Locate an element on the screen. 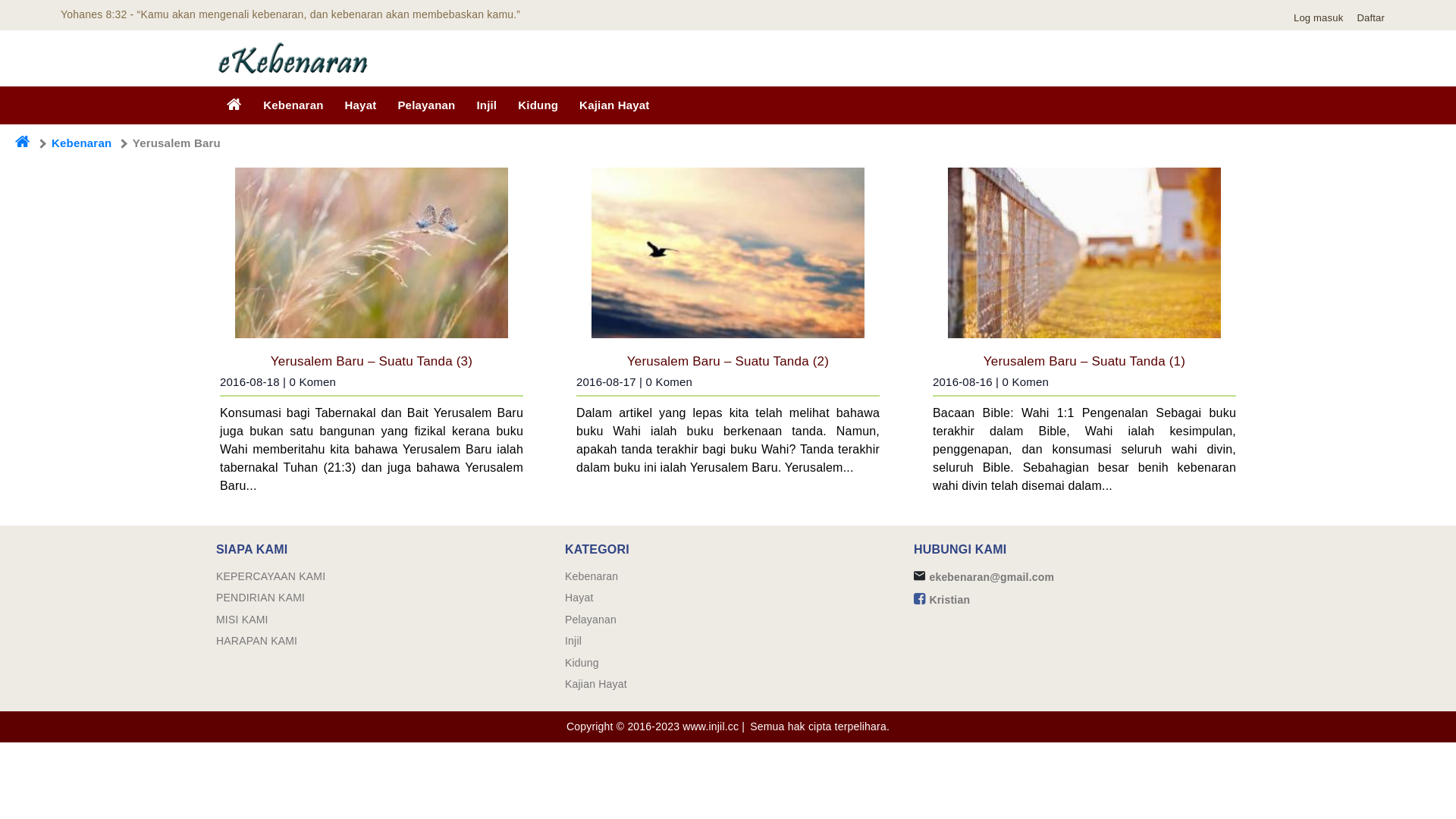 The height and width of the screenshot is (819, 1456). 'HARAPAN KAMI' is located at coordinates (256, 640).